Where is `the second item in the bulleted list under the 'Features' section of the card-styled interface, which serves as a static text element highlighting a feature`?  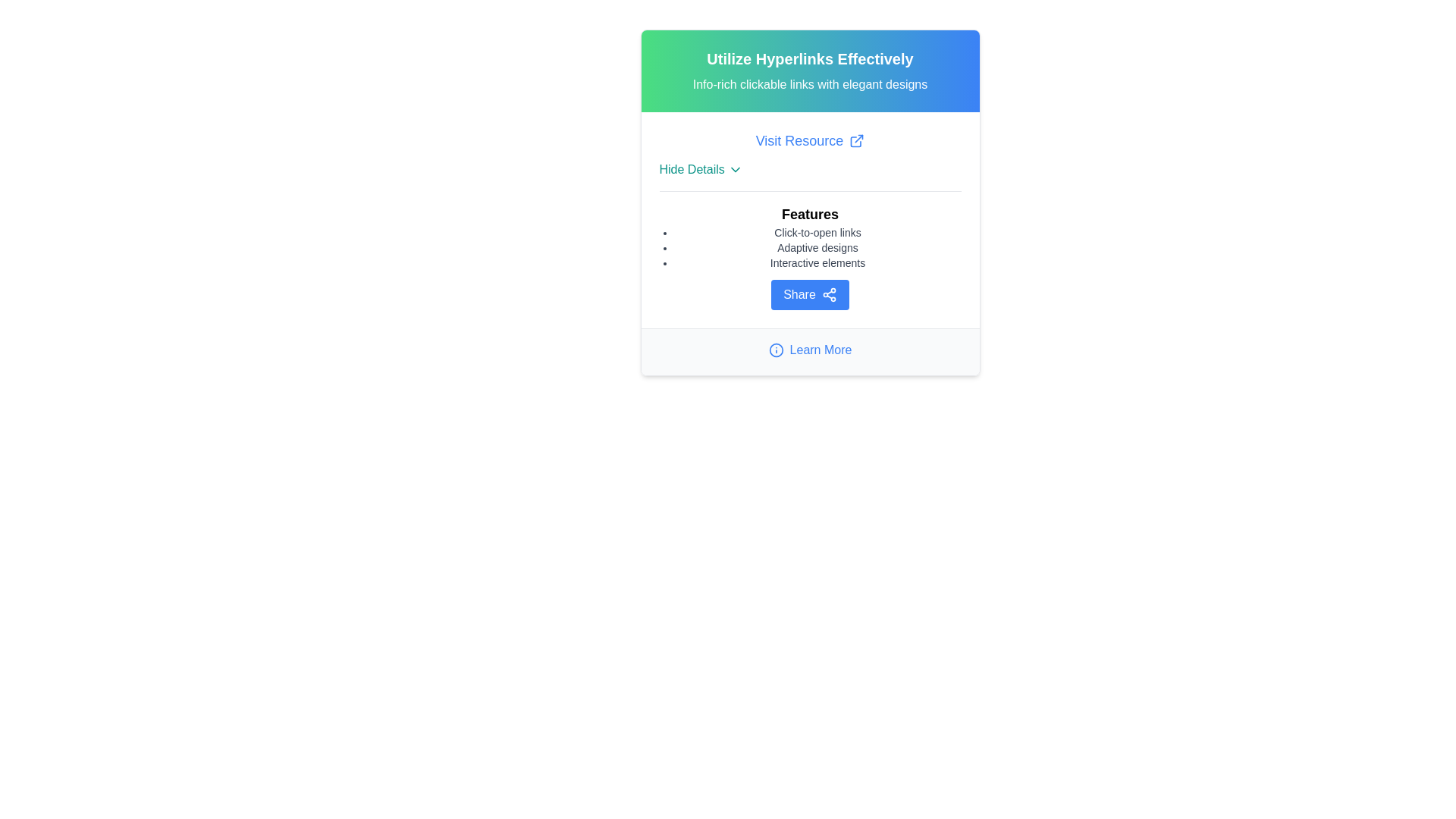
the second item in the bulleted list under the 'Features' section of the card-styled interface, which serves as a static text element highlighting a feature is located at coordinates (817, 247).